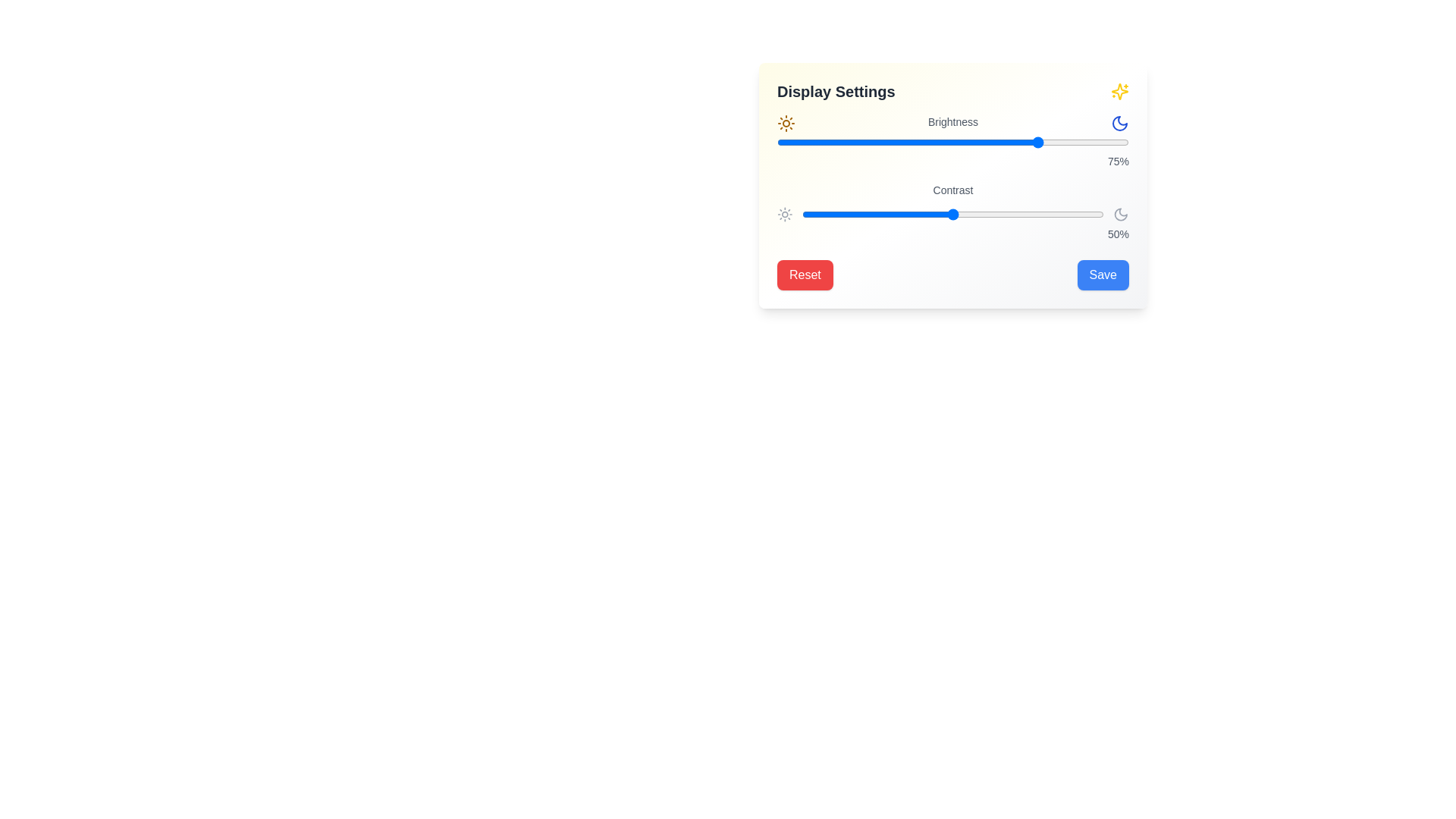  What do you see at coordinates (1067, 214) in the screenshot?
I see `contrast` at bounding box center [1067, 214].